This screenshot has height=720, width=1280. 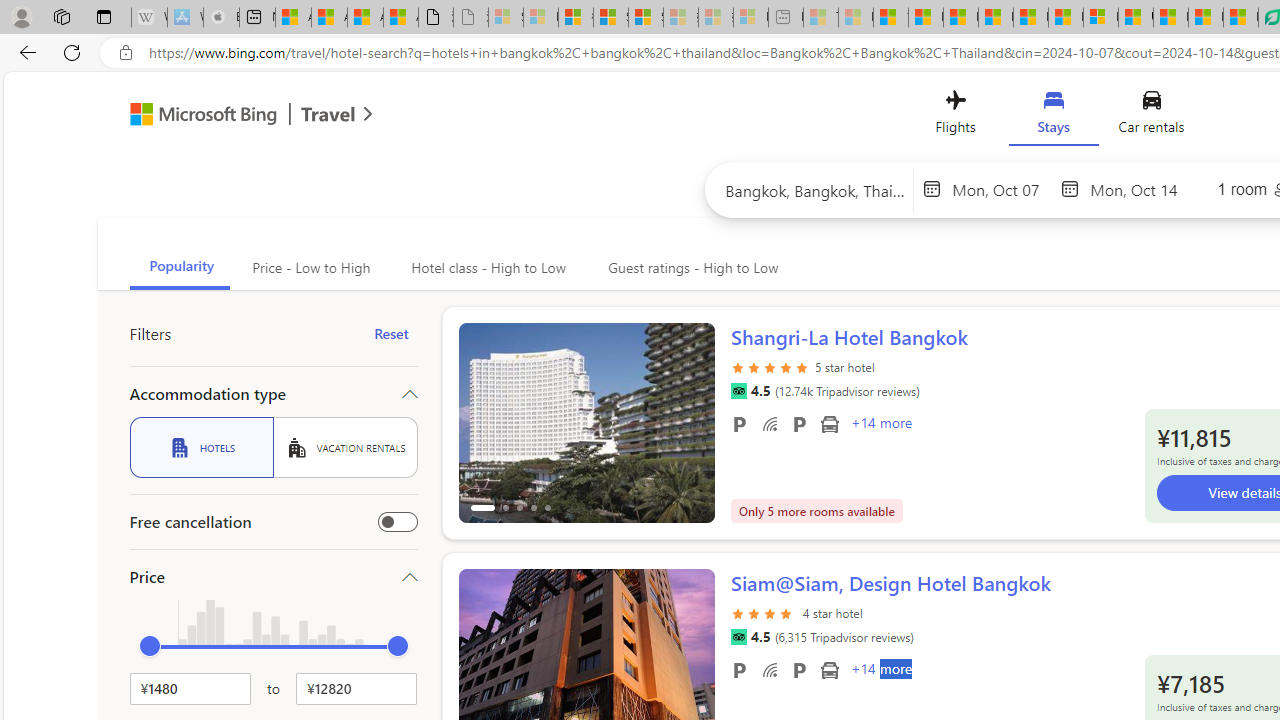 I want to click on 'Buy iPad - Apple - Sleeping', so click(x=221, y=17).